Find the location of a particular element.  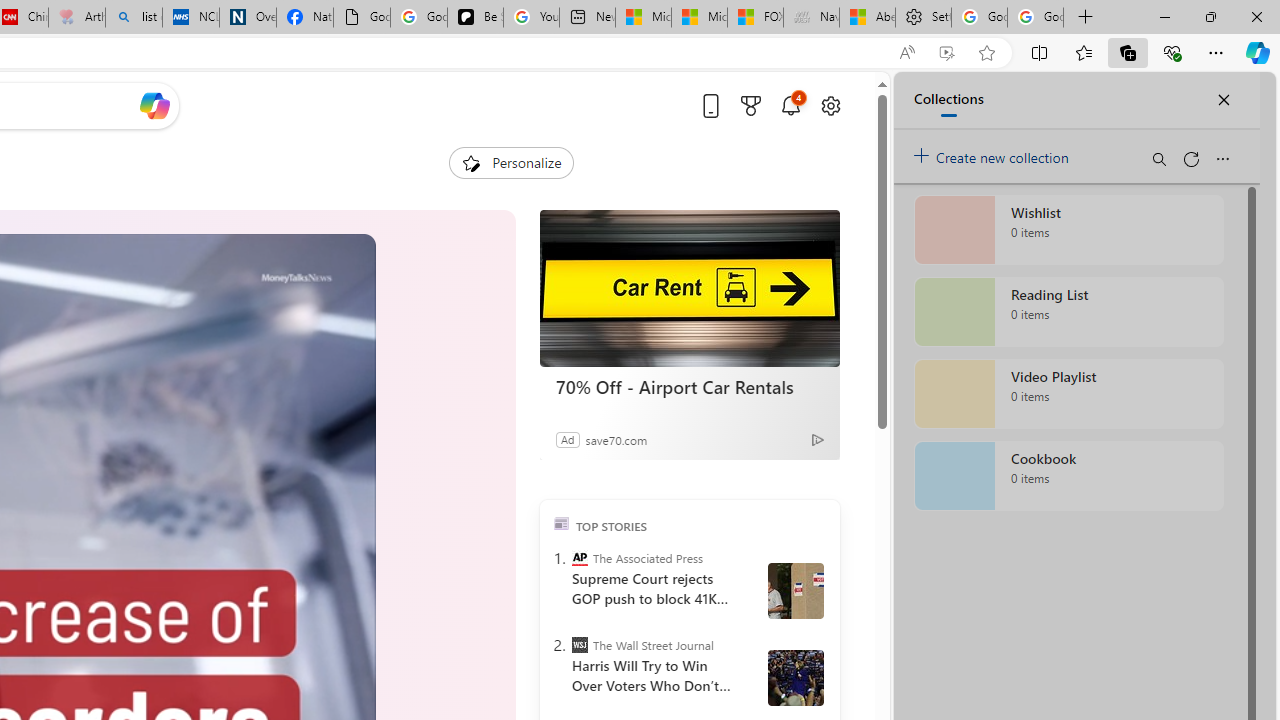

'Google Analytics Opt-out Browser Add-on Download Page' is located at coordinates (362, 17).